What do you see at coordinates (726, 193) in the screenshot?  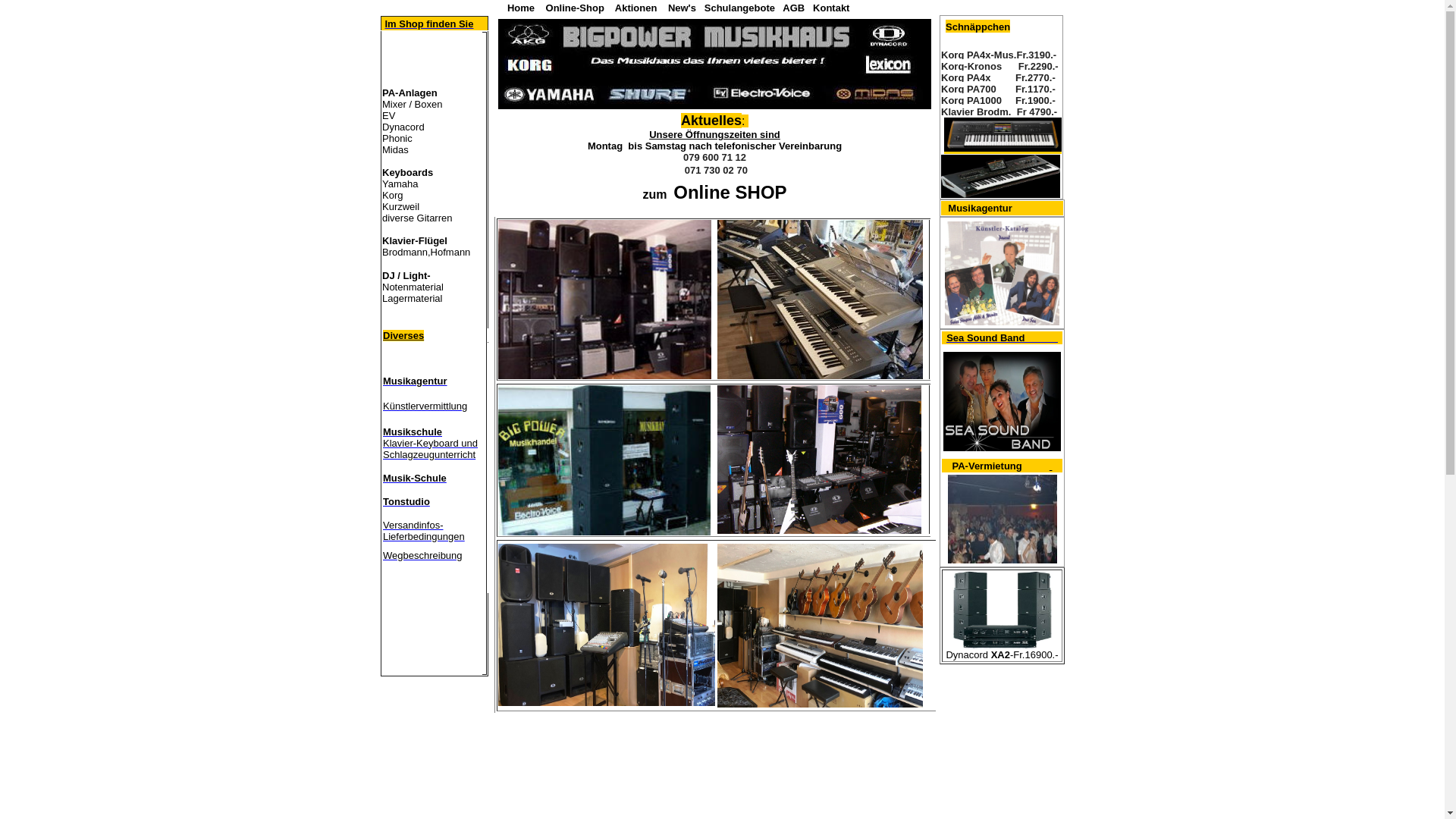 I see `'Online SHOP'` at bounding box center [726, 193].